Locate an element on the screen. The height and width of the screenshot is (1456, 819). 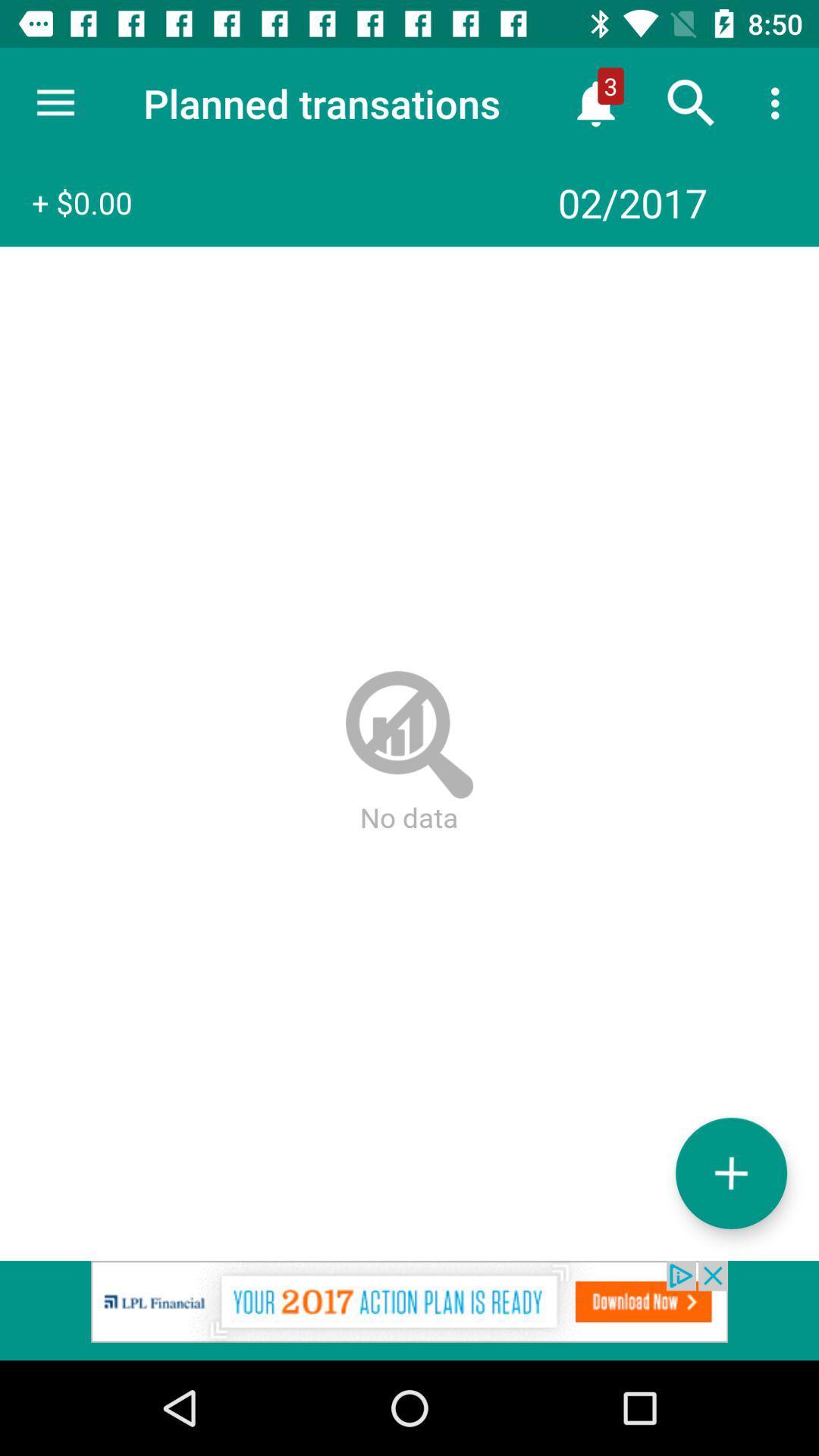
add option is located at coordinates (730, 1172).